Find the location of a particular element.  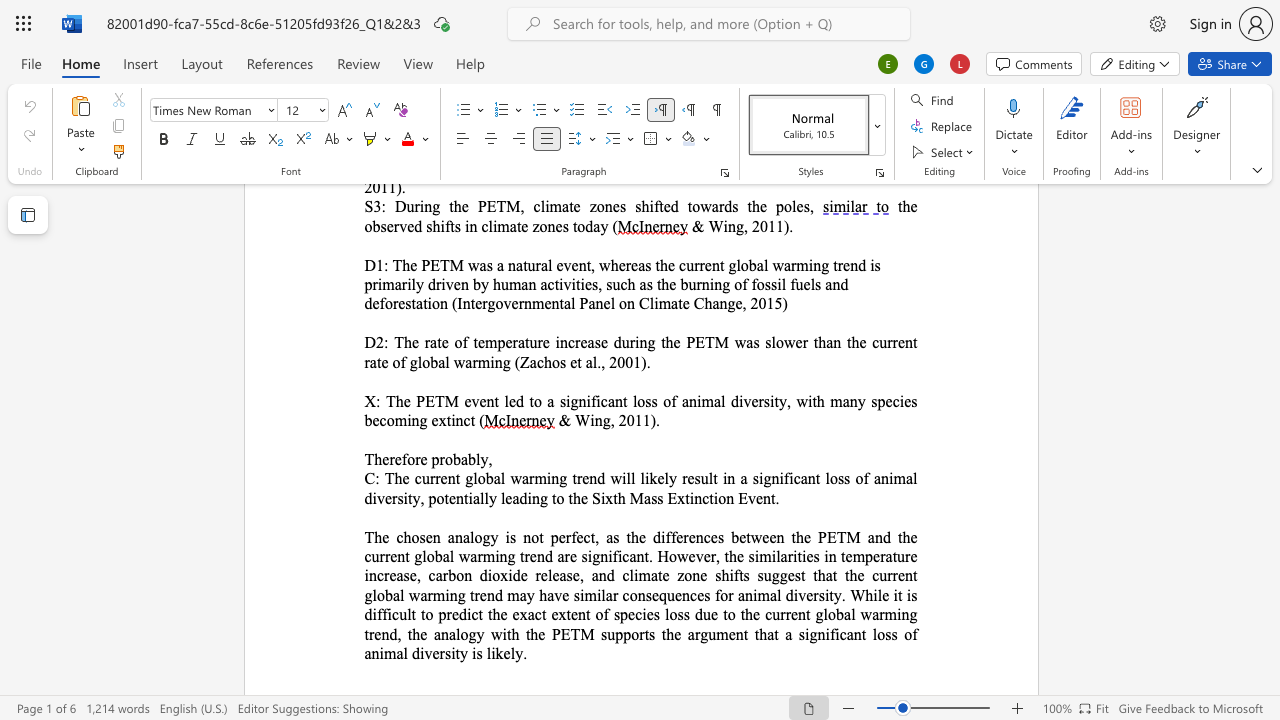

the 2th character "l" in the text is located at coordinates (666, 478).